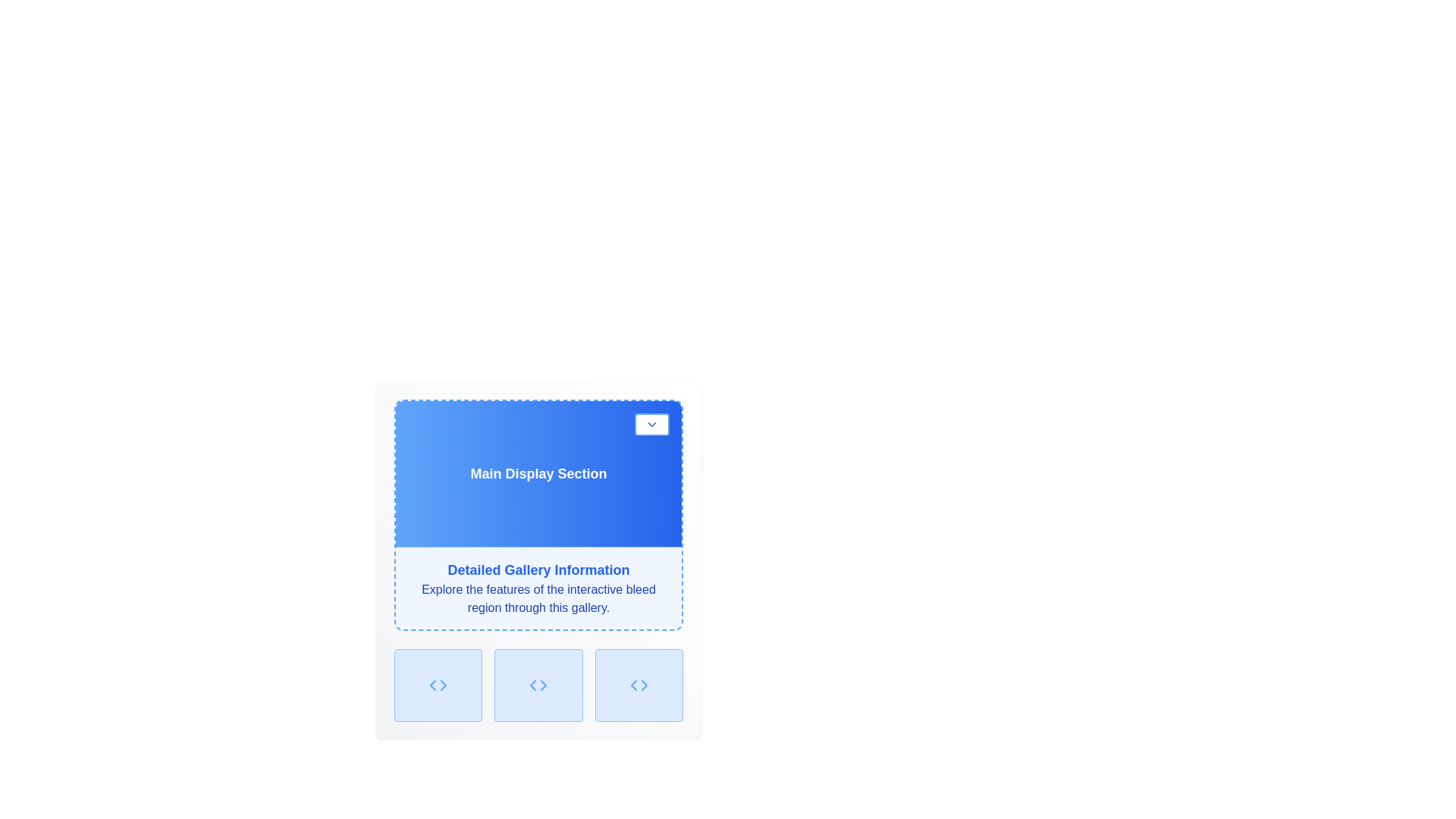  Describe the element at coordinates (432, 685) in the screenshot. I see `the visual representation of the left glyph of the icon, which symbolizes code or brackets, located in the bottom left section of the interface` at that location.